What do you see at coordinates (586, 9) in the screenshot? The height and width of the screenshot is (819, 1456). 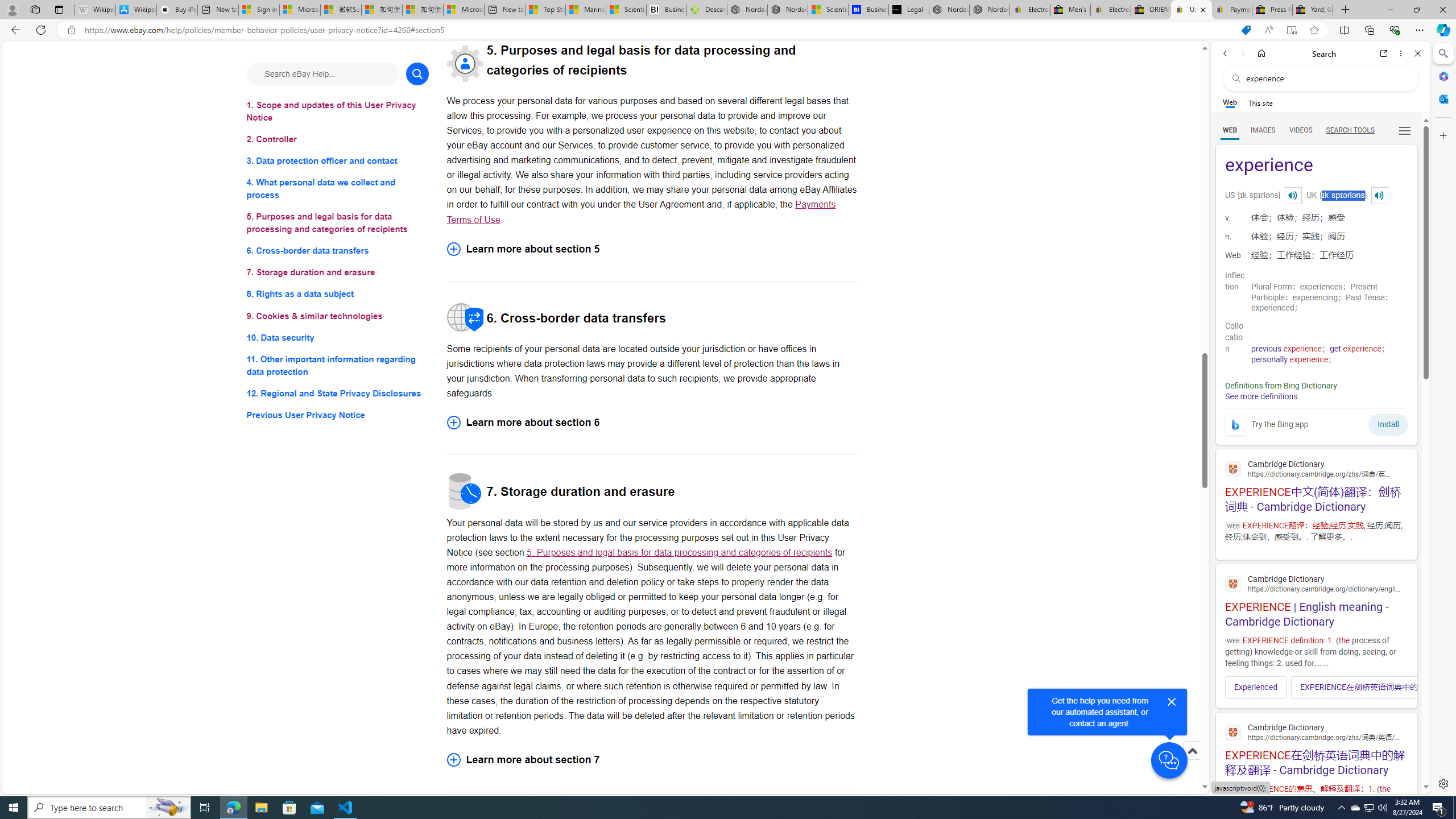 I see `'Marine life - MSN'` at bounding box center [586, 9].